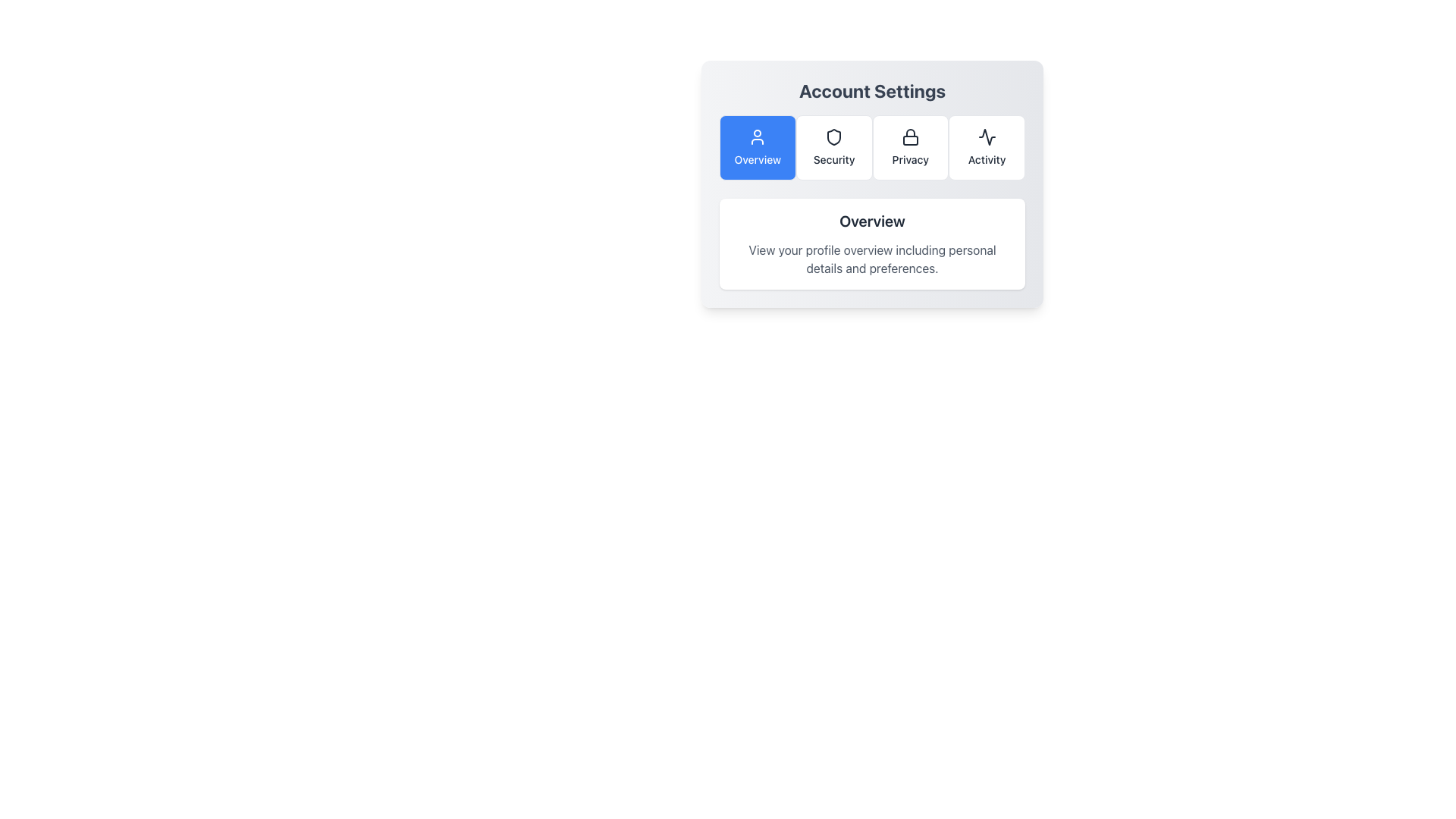 The width and height of the screenshot is (1456, 819). Describe the element at coordinates (758, 160) in the screenshot. I see `assistive technology` at that location.